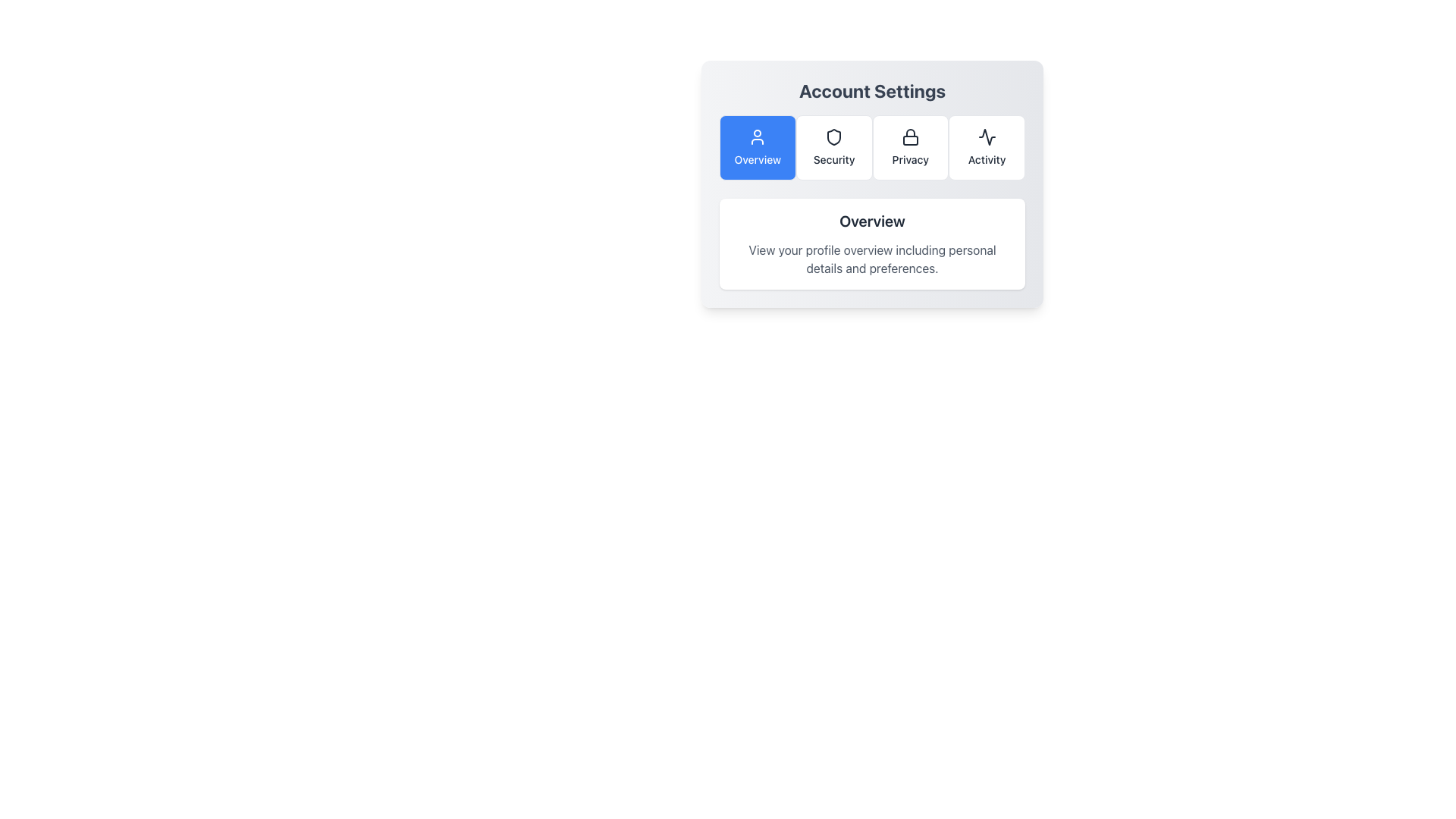 The width and height of the screenshot is (1456, 819). Describe the element at coordinates (758, 160) in the screenshot. I see `assistive technology` at that location.